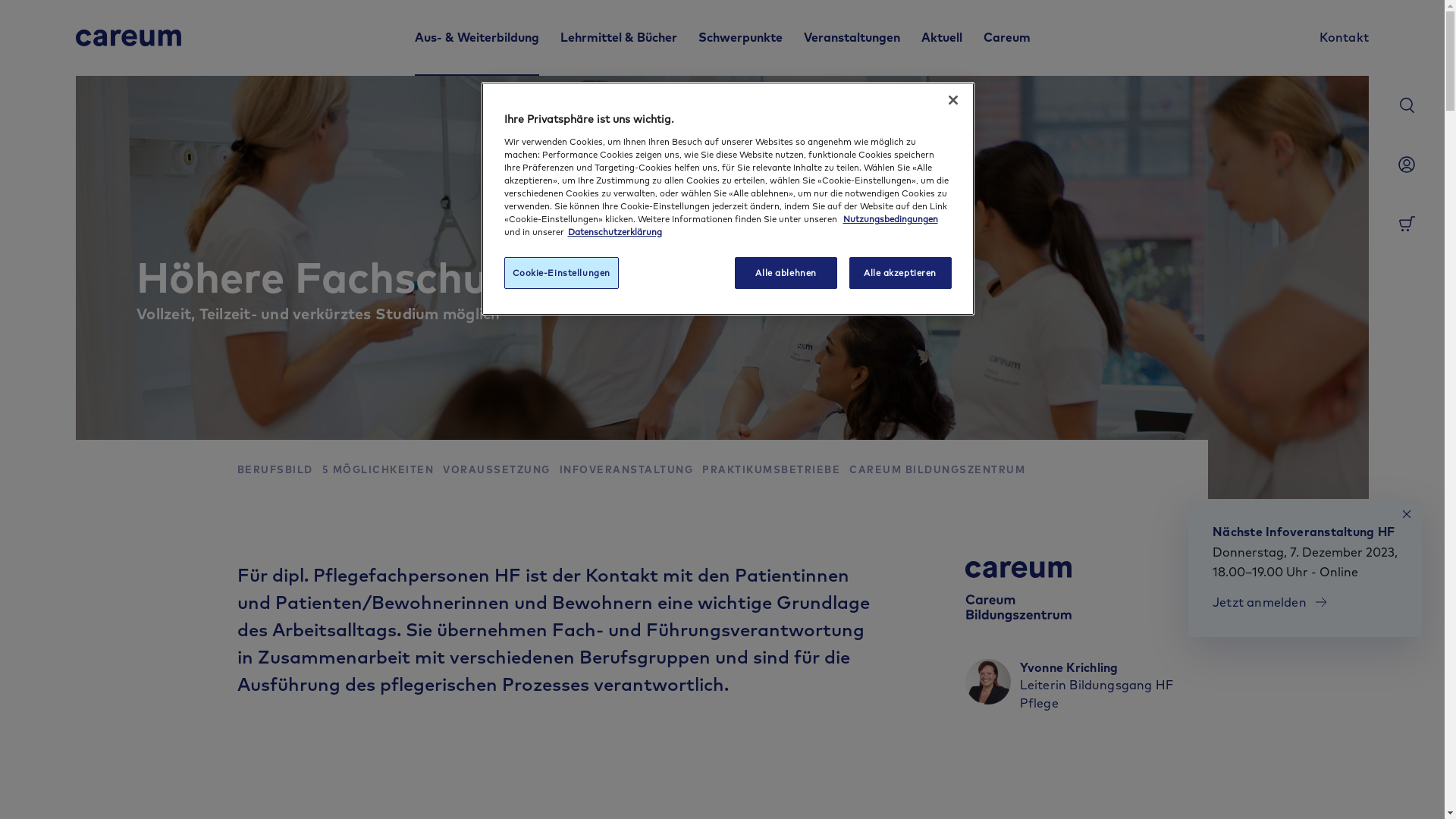 Image resolution: width=1456 pixels, height=819 pixels. I want to click on 'Alle akzeptieren', so click(848, 271).